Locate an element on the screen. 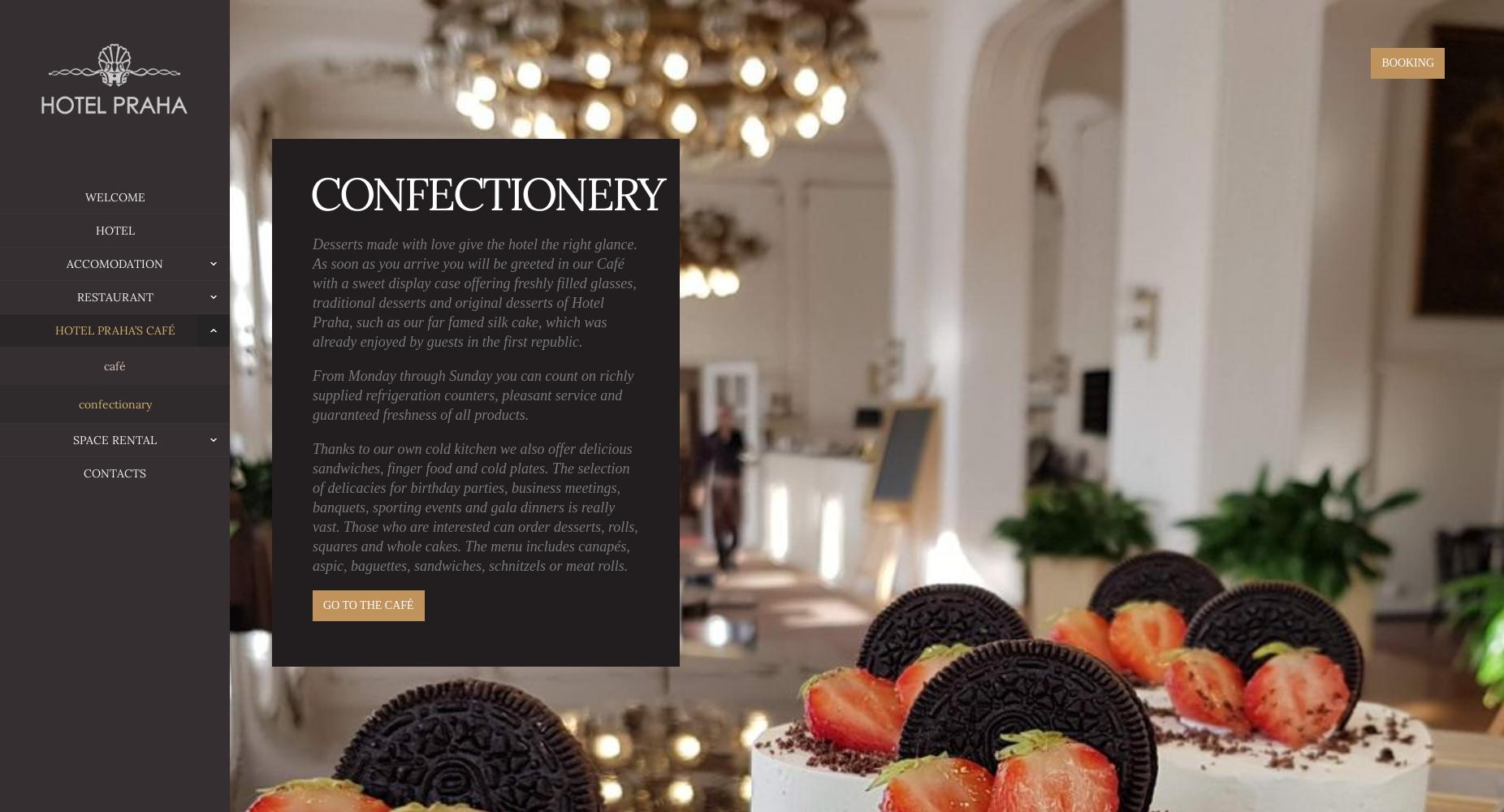 The height and width of the screenshot is (812, 1504). 'confectionery' is located at coordinates (486, 192).